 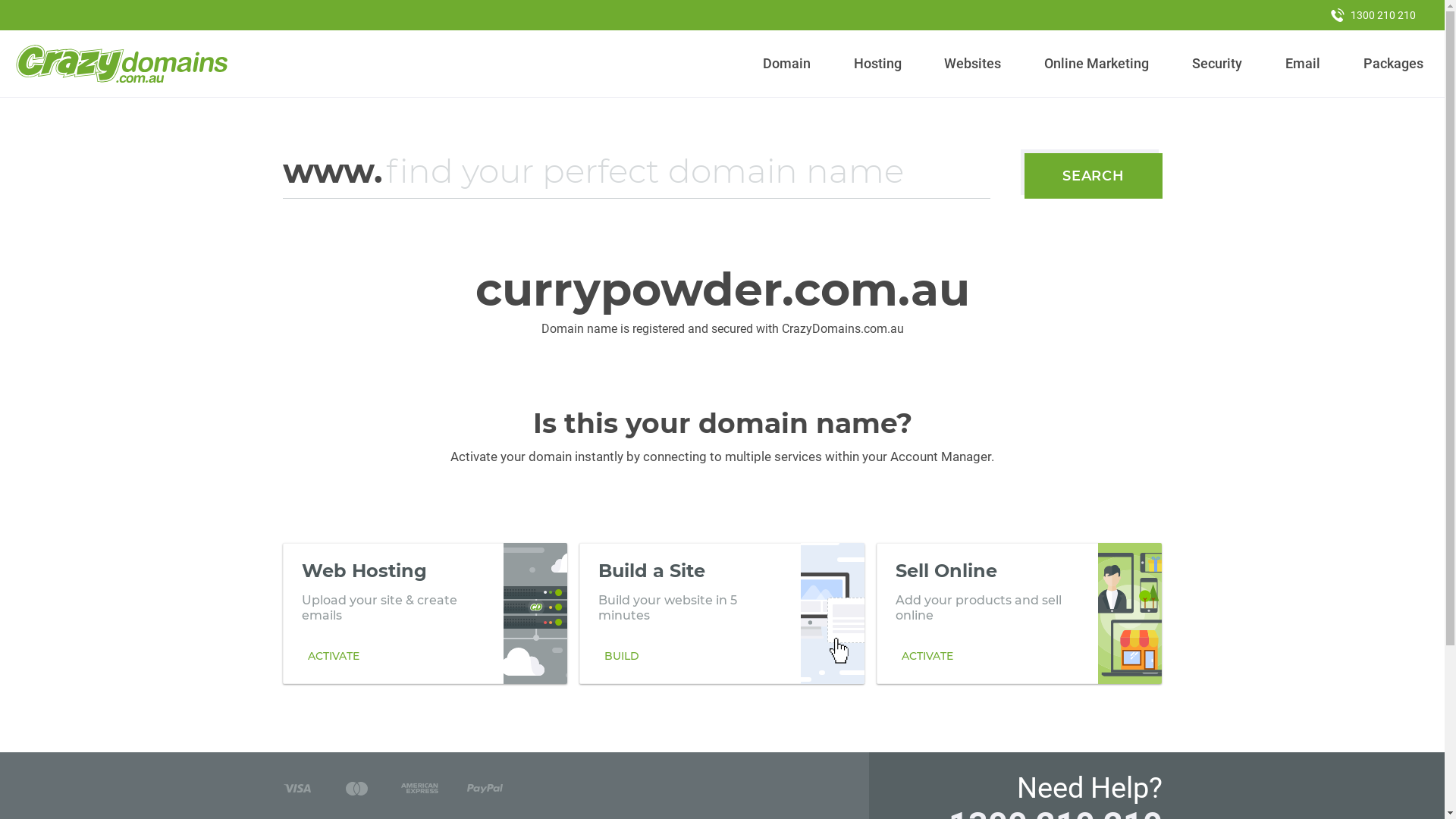 What do you see at coordinates (1357, 63) in the screenshot?
I see `'Packages'` at bounding box center [1357, 63].